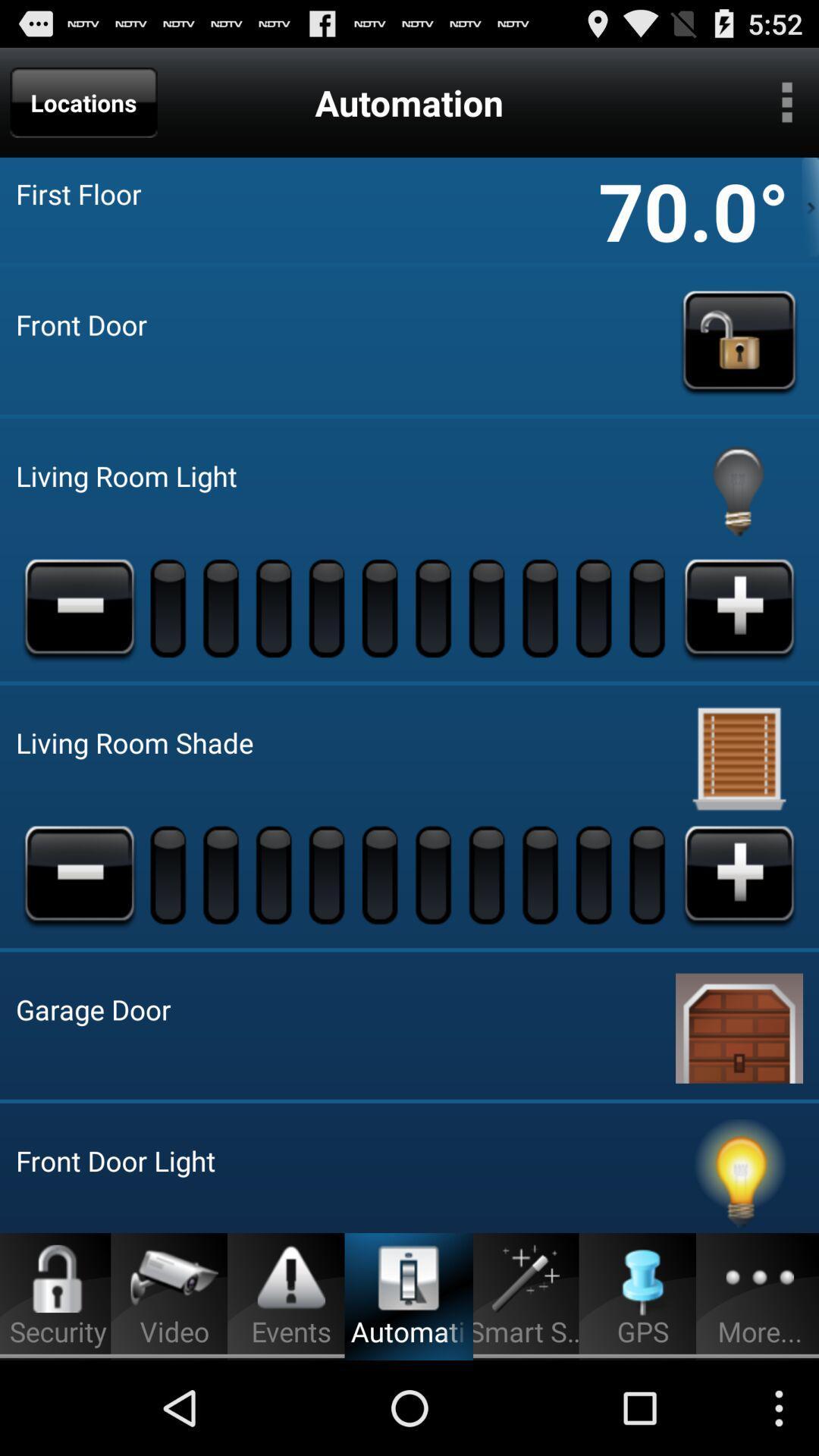 This screenshot has width=819, height=1456. Describe the element at coordinates (739, 492) in the screenshot. I see `press light bulb` at that location.